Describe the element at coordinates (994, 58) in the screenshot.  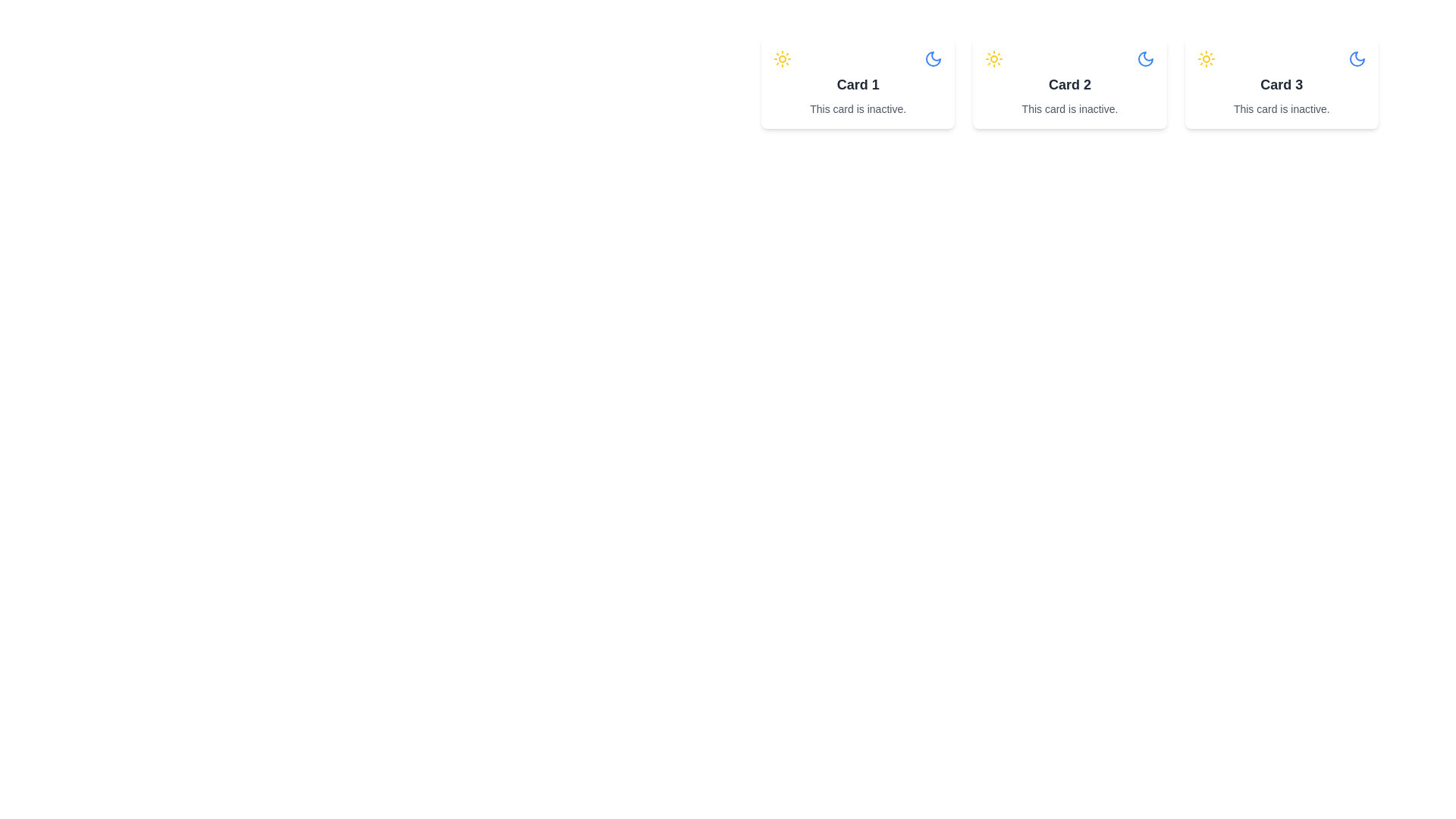
I see `the stylized sun icon located in the top-right portion of the interface` at that location.